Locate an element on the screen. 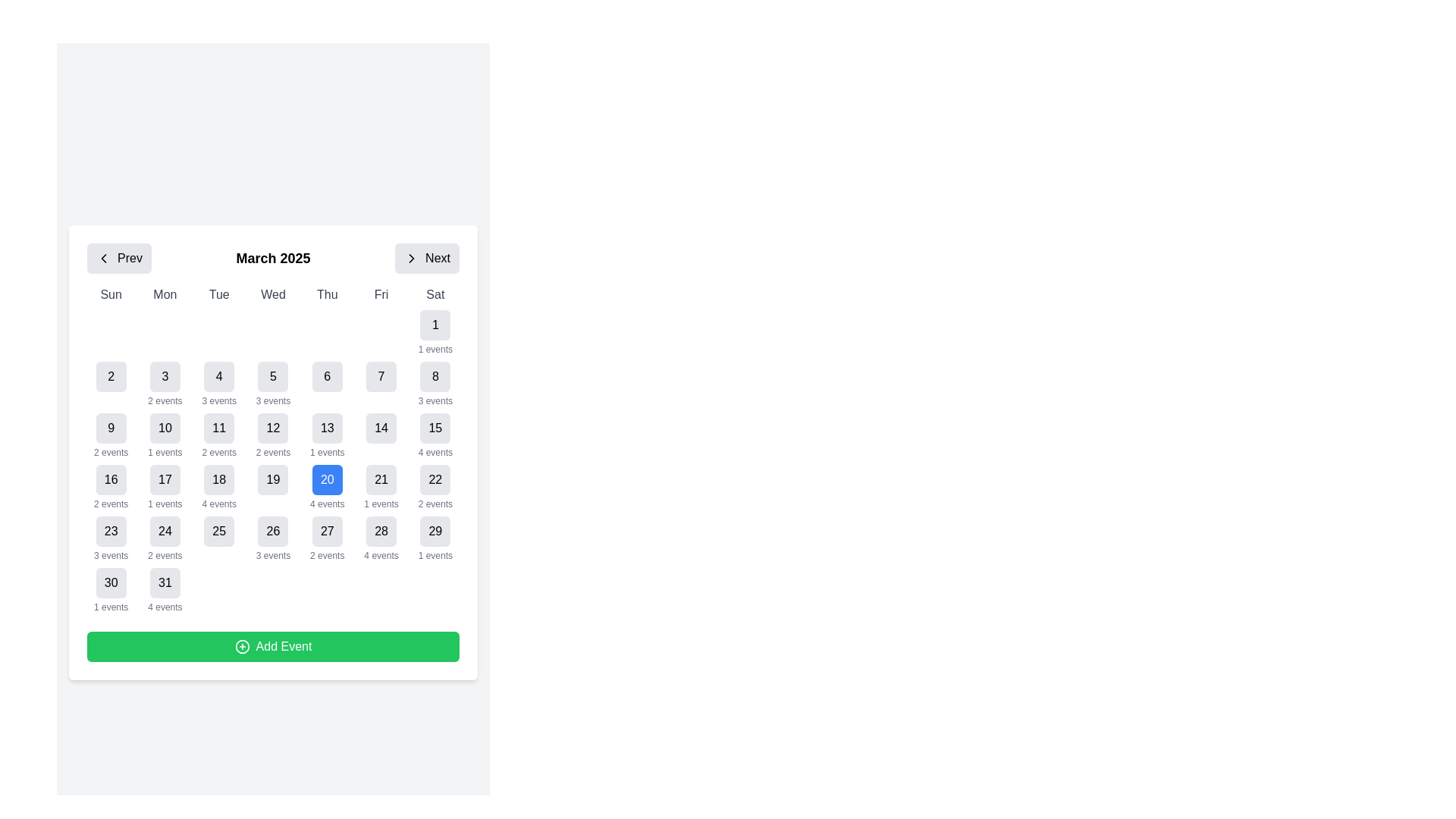  the square-shaped button with a light gray background and the number '19' centered in black font, located in the calendar grid under 'March 2025' is located at coordinates (273, 479).